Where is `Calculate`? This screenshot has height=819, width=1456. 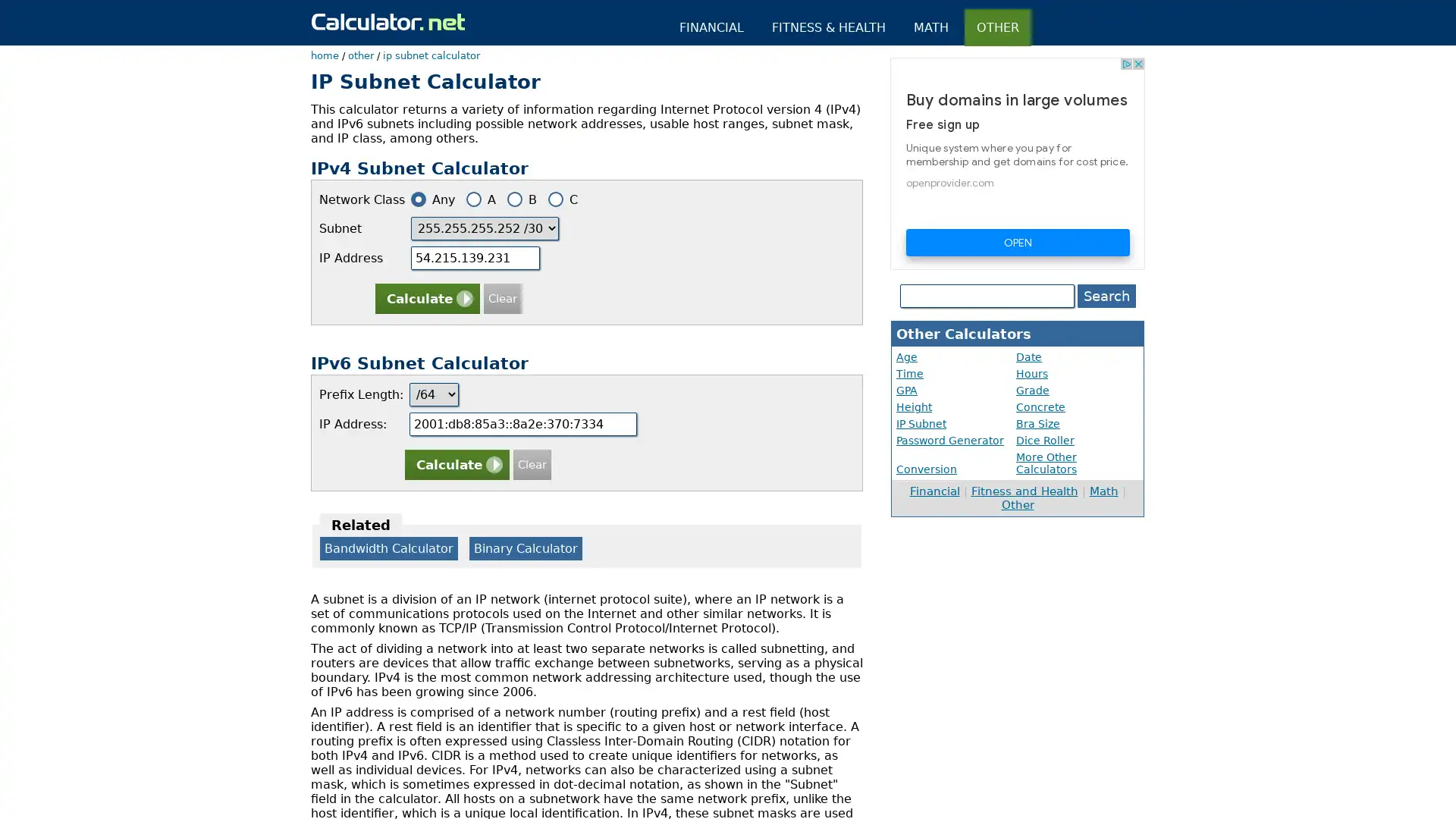 Calculate is located at coordinates (427, 298).